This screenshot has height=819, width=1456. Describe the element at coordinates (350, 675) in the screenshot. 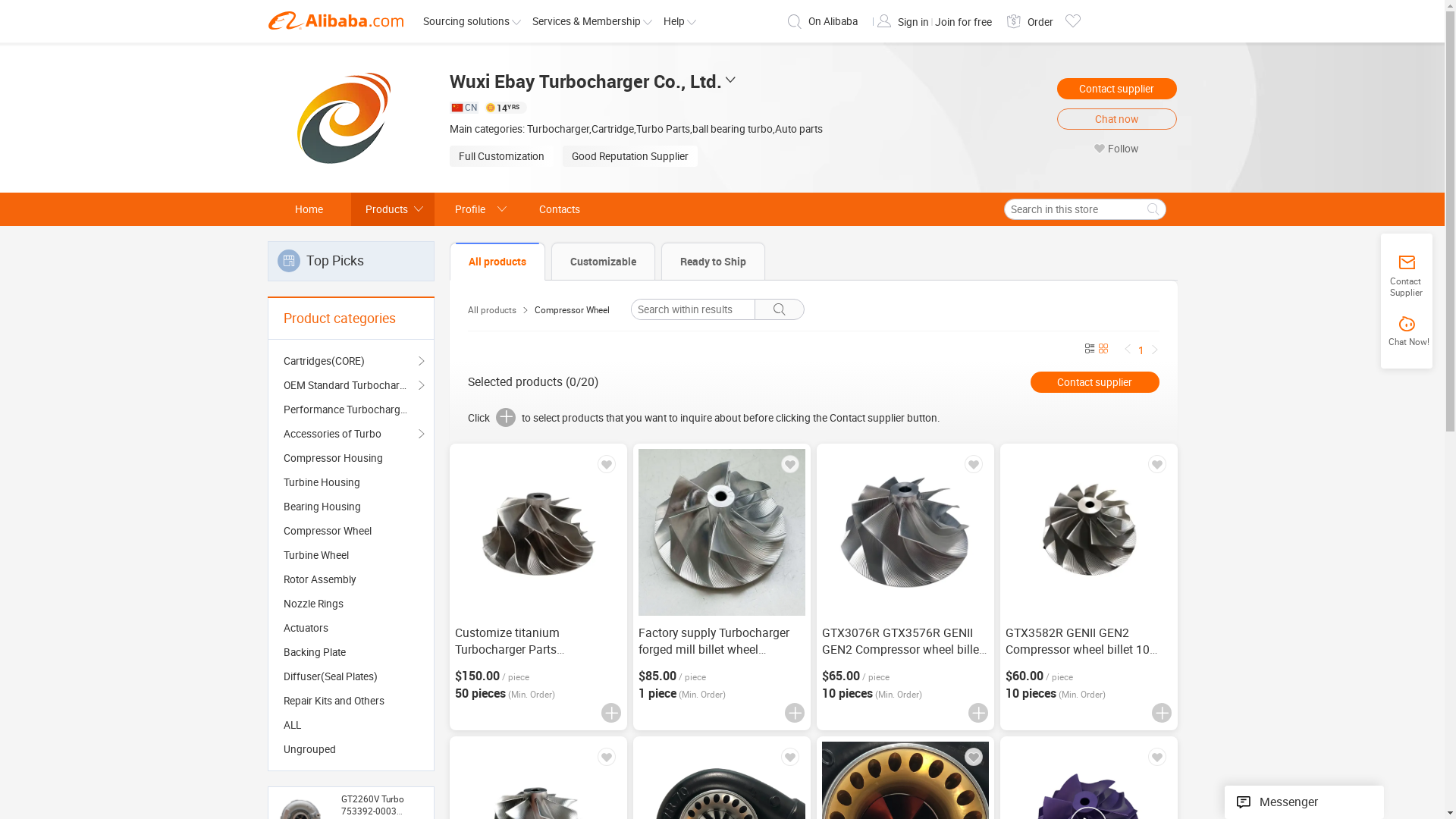

I see `'Diffuser(Seal Plates)'` at that location.